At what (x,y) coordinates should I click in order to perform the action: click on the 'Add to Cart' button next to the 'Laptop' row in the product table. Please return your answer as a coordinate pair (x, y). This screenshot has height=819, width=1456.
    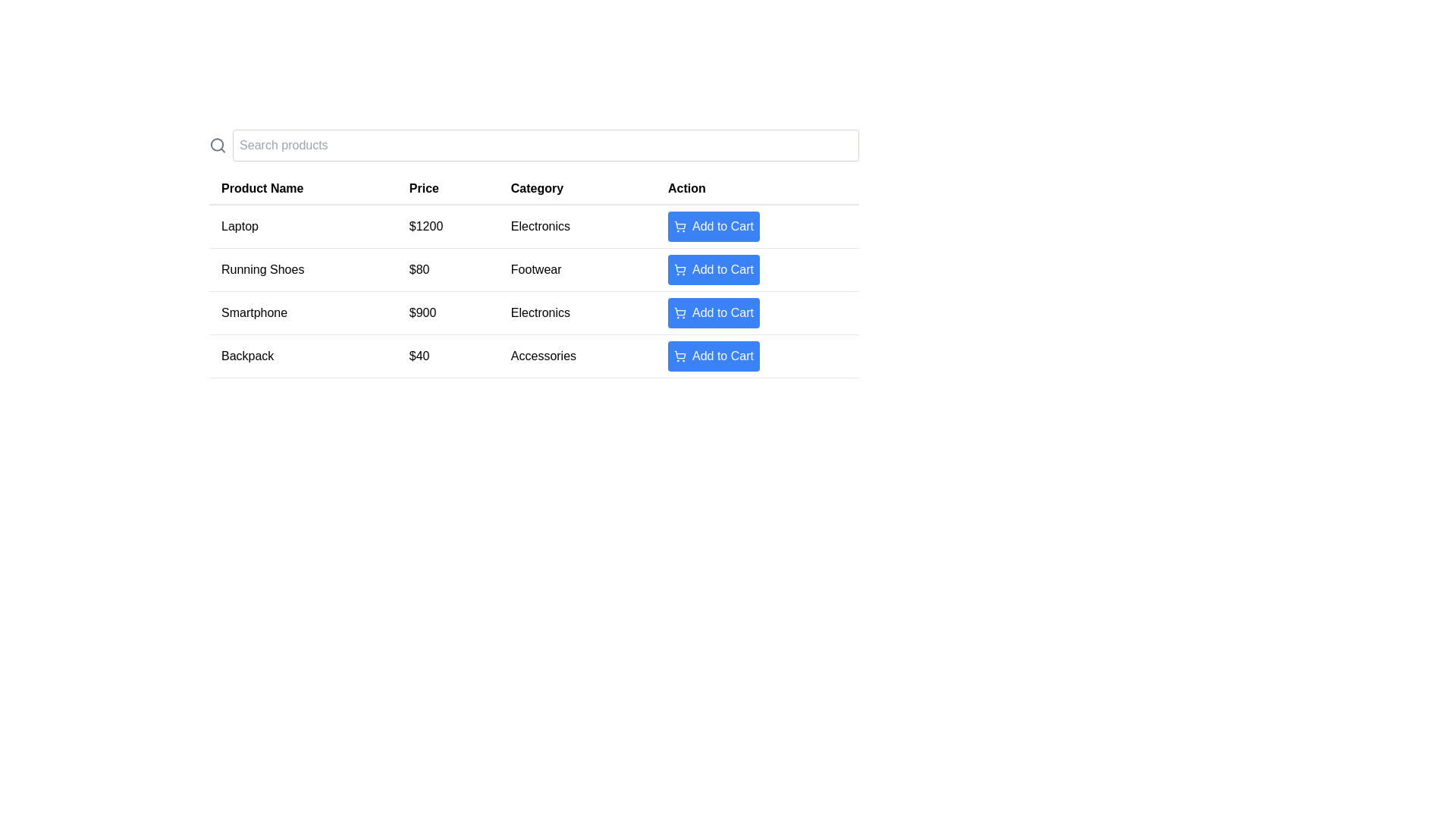
    Looking at the image, I should click on (713, 227).